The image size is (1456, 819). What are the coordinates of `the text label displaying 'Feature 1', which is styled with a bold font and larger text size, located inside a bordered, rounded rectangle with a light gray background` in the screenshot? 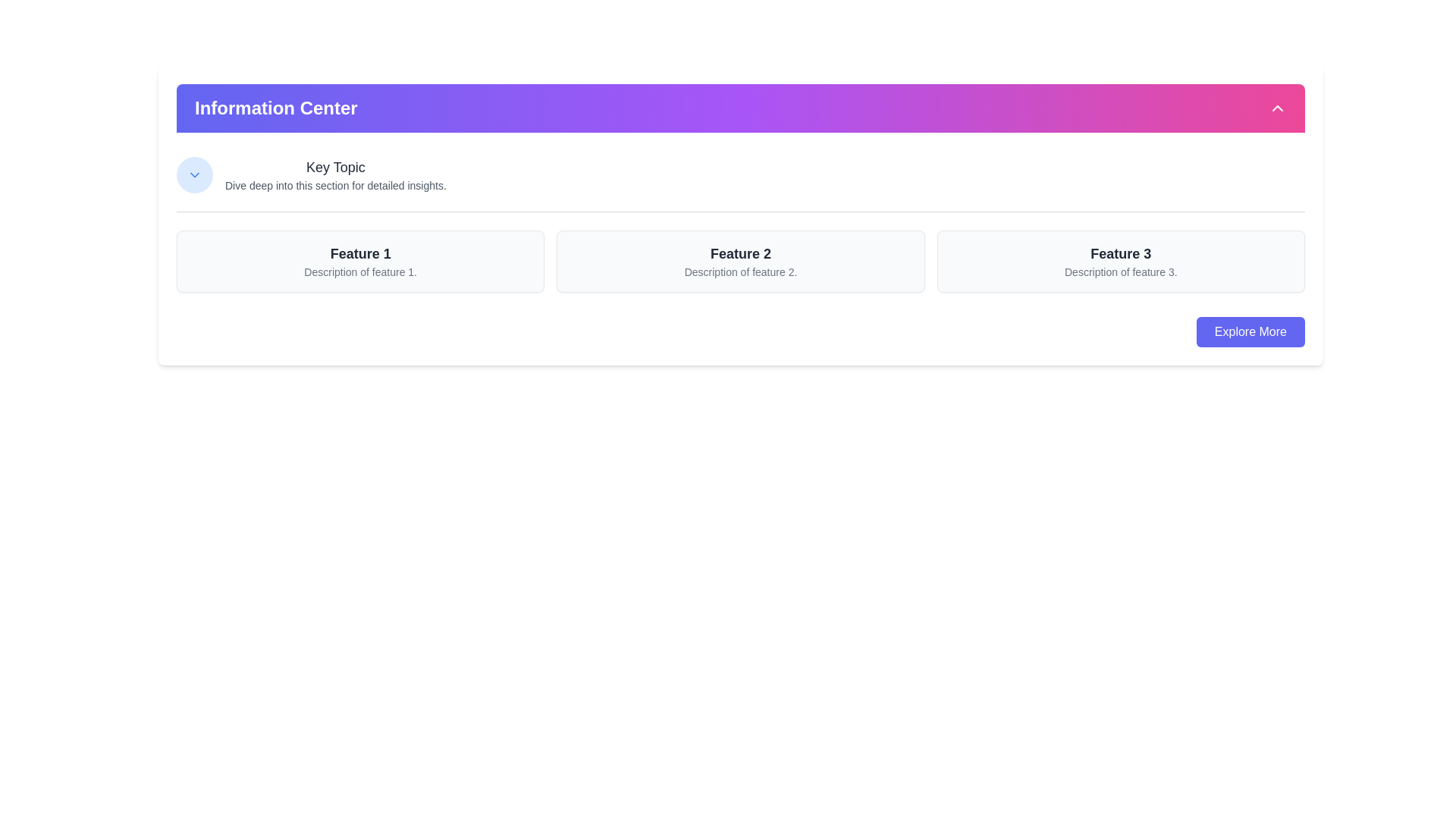 It's located at (359, 253).